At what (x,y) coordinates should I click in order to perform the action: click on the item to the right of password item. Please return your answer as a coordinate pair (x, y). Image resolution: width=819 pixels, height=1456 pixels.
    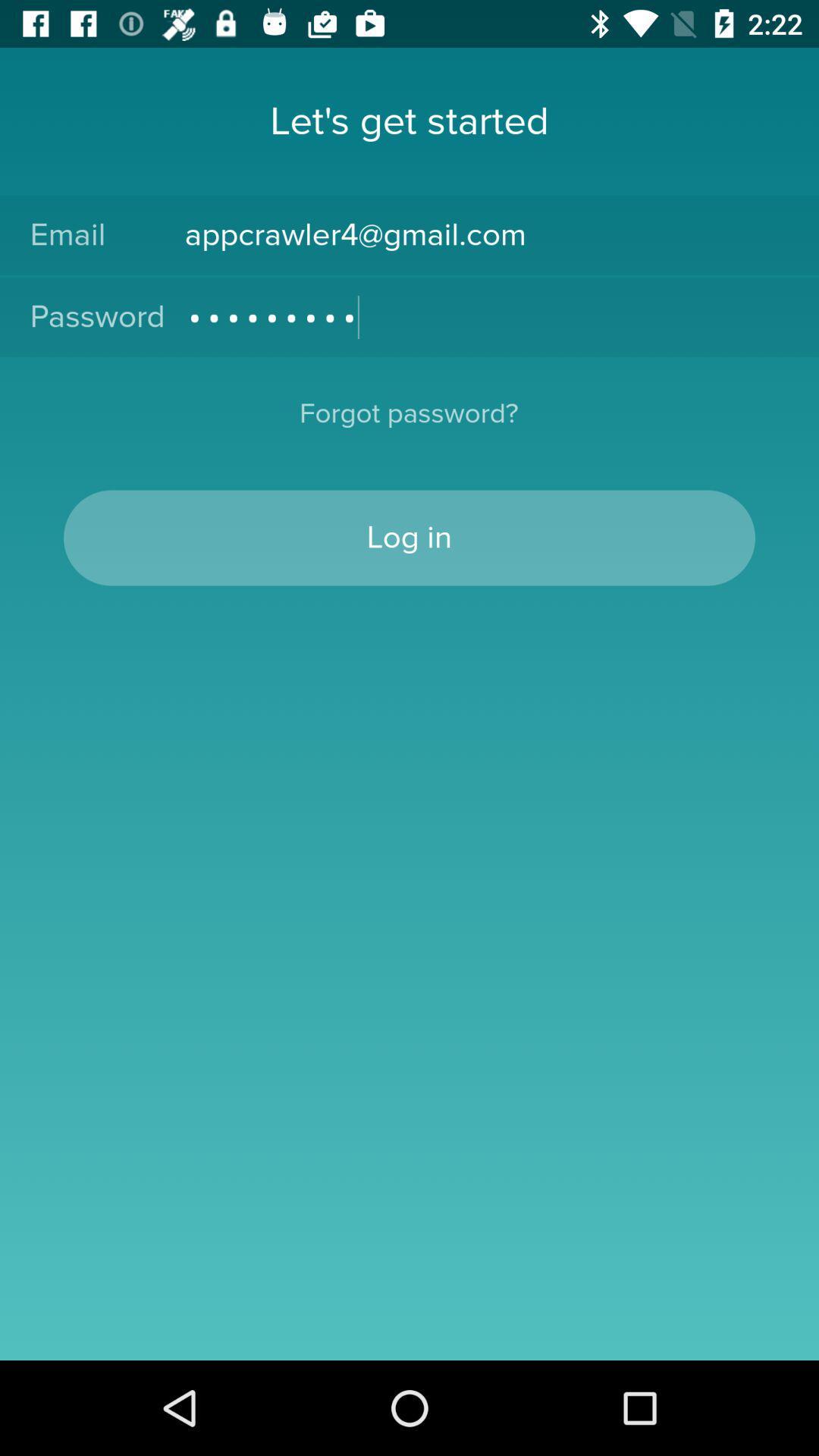
    Looking at the image, I should click on (486, 316).